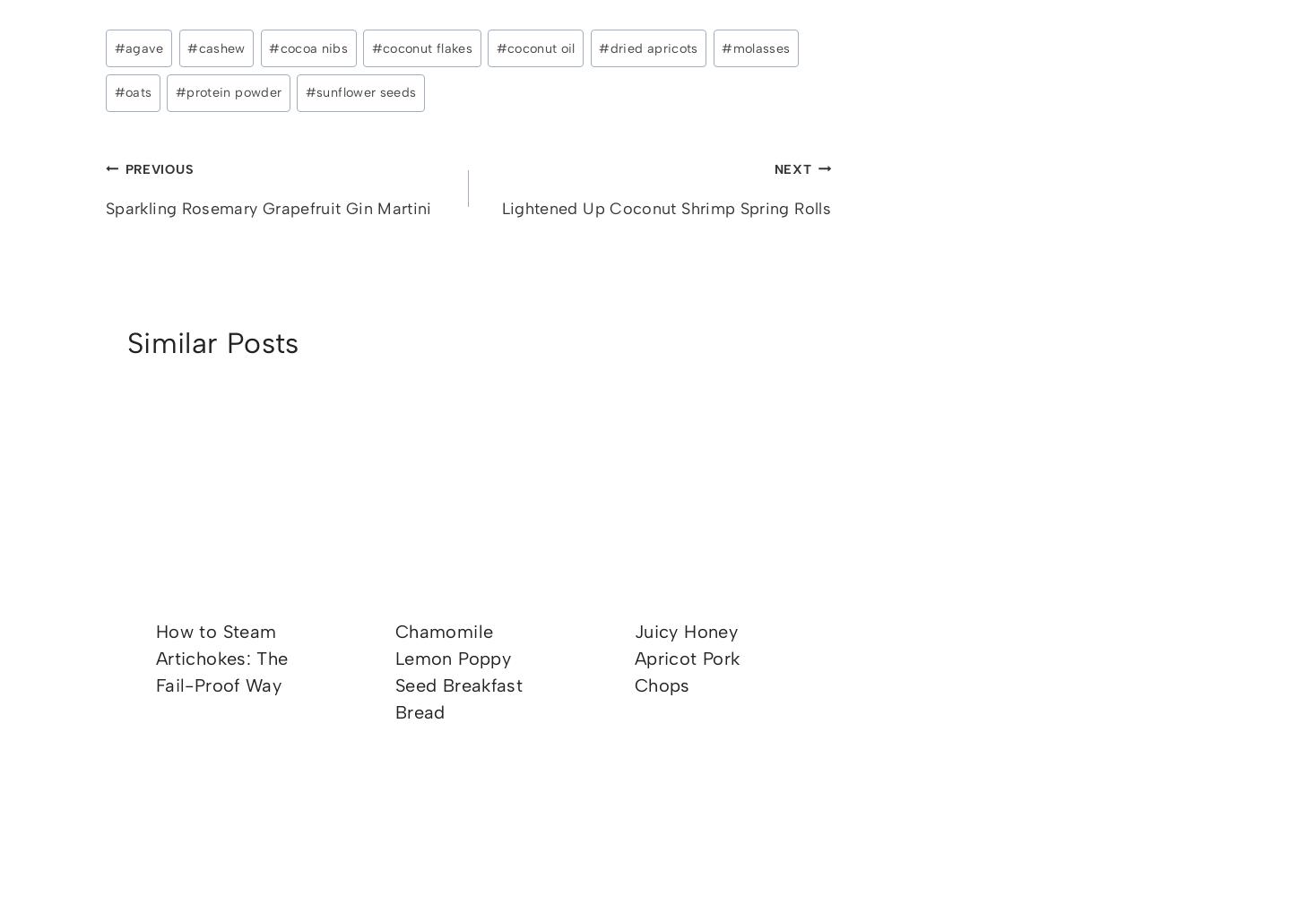 The image size is (1316, 913). I want to click on 'Similar Posts', so click(212, 341).